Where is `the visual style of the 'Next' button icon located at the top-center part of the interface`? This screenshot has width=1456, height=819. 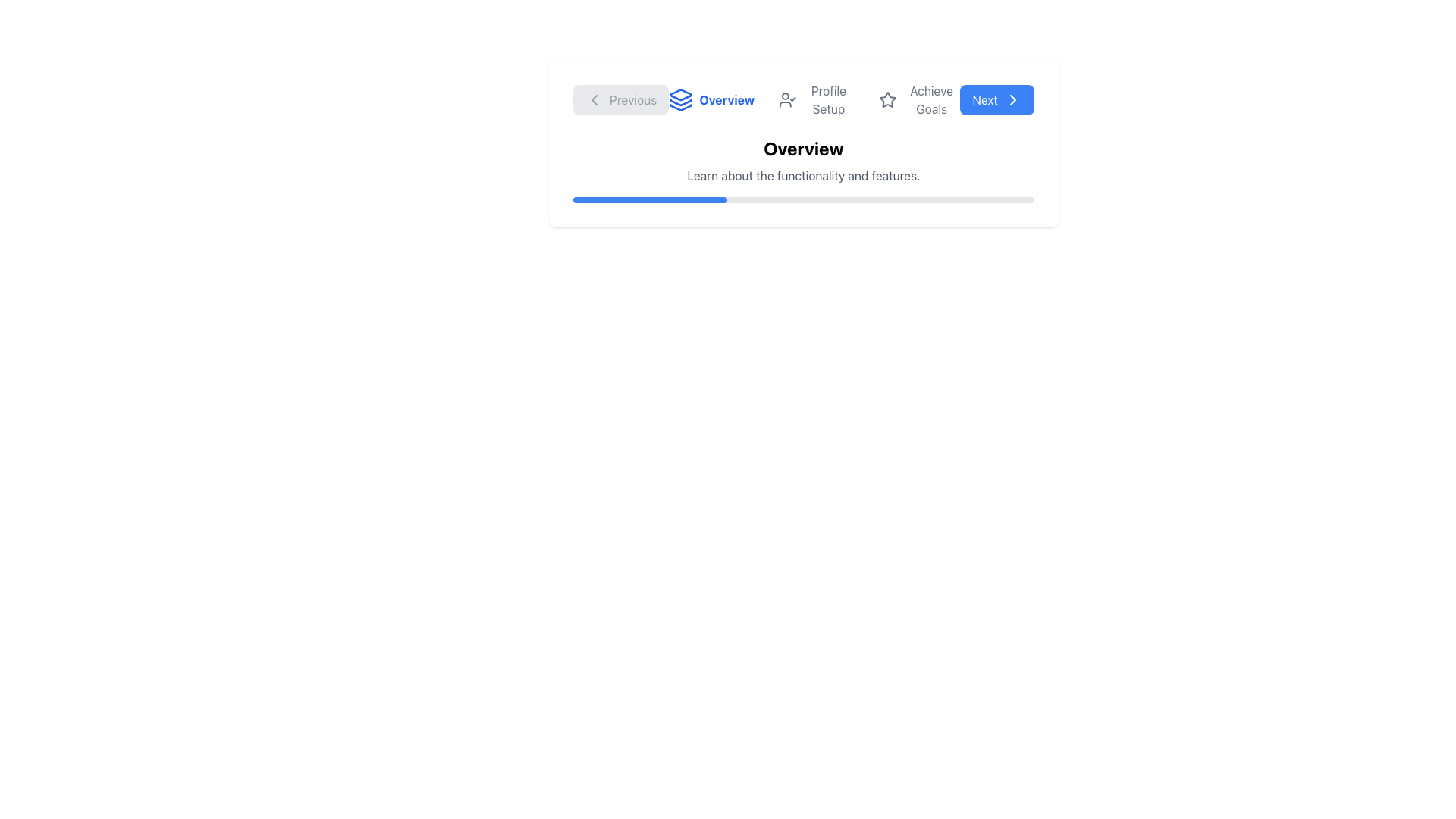
the visual style of the 'Next' button icon located at the top-center part of the interface is located at coordinates (1012, 99).